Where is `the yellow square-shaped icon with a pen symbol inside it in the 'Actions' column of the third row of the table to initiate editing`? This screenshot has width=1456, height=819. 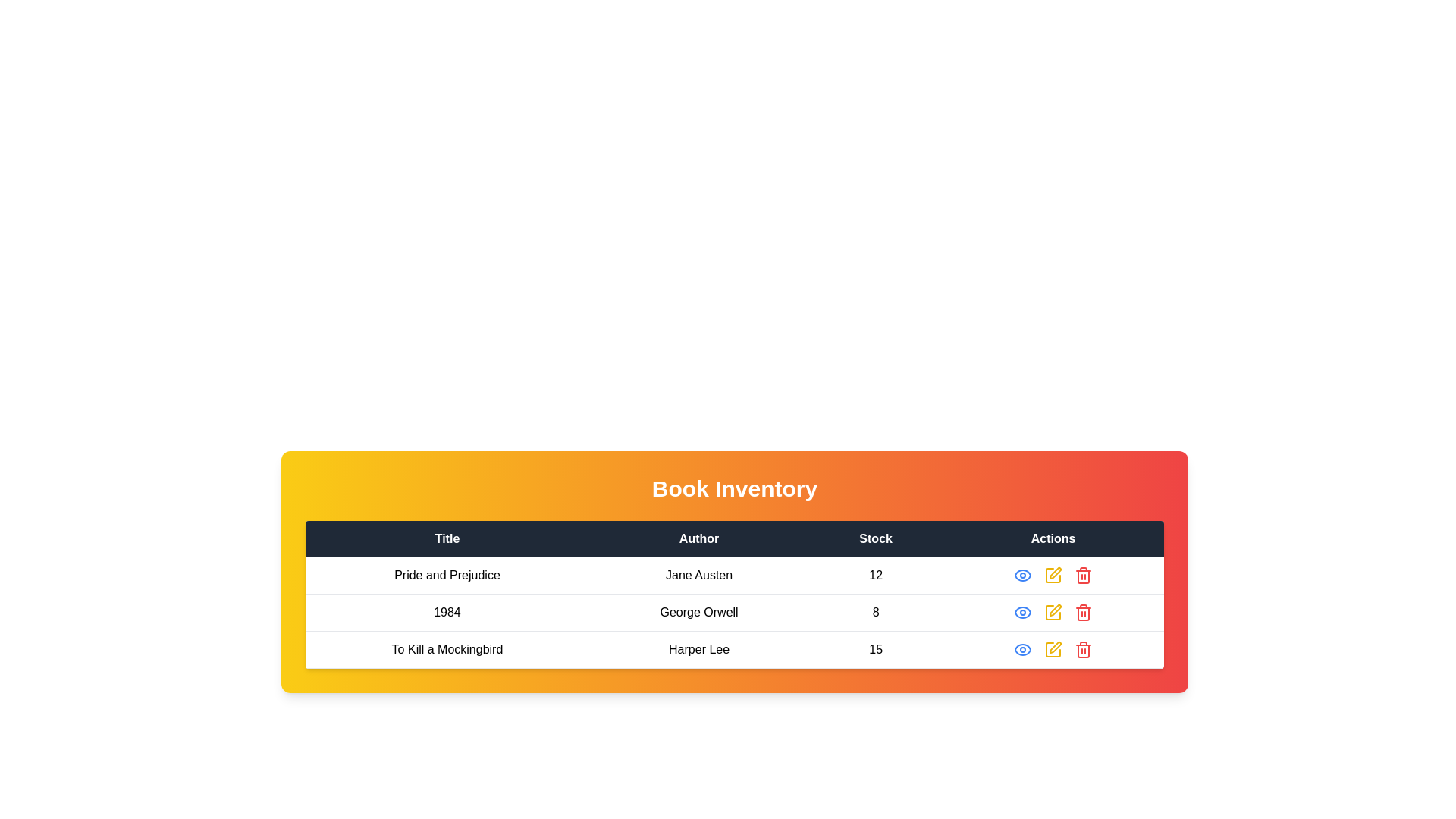
the yellow square-shaped icon with a pen symbol inside it in the 'Actions' column of the third row of the table to initiate editing is located at coordinates (1053, 648).